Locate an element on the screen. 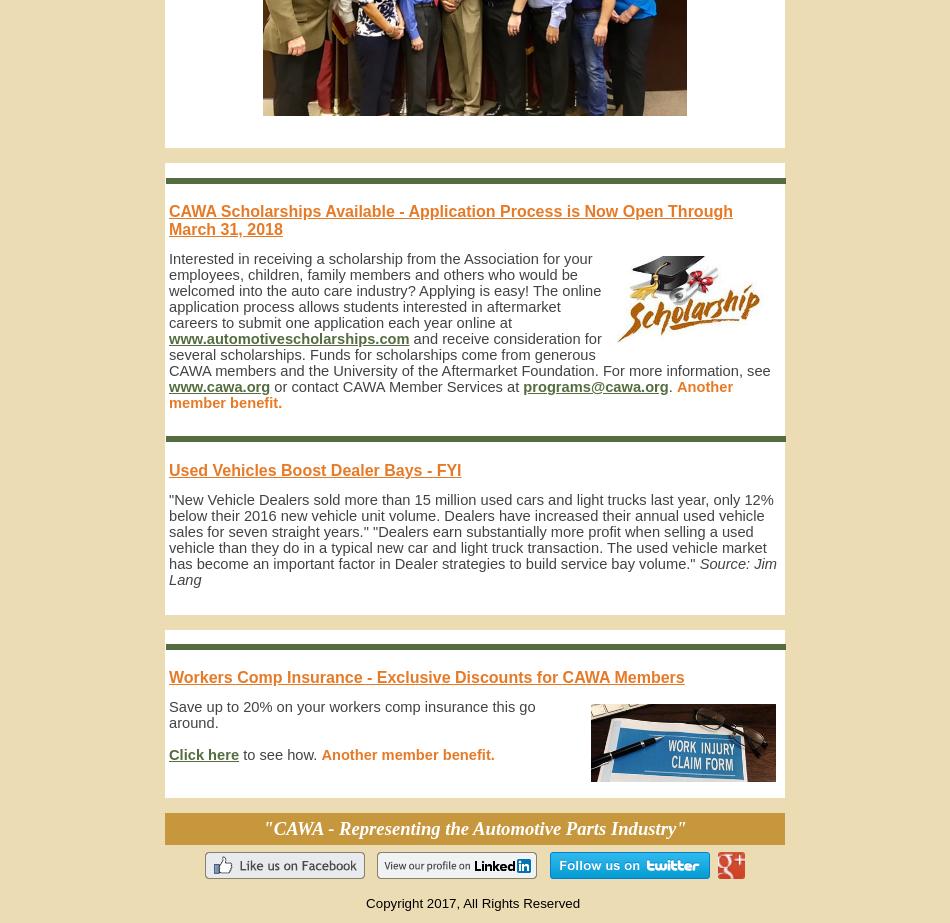  'Copyright 2017, All Rights Reserved' is located at coordinates (473, 902).